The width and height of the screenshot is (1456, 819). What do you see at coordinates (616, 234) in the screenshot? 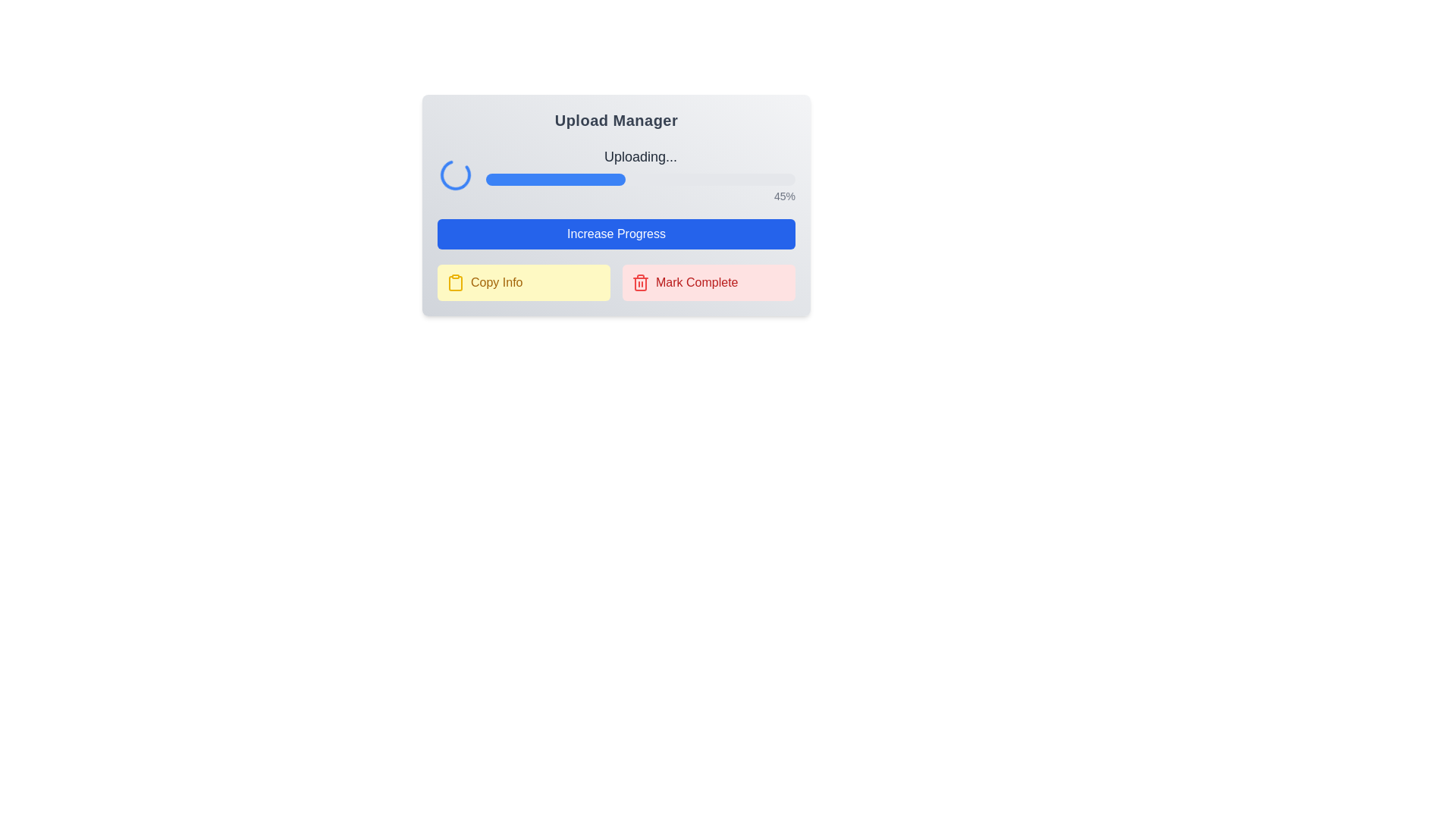
I see `the blue button labeled 'Increase Progress'` at bounding box center [616, 234].